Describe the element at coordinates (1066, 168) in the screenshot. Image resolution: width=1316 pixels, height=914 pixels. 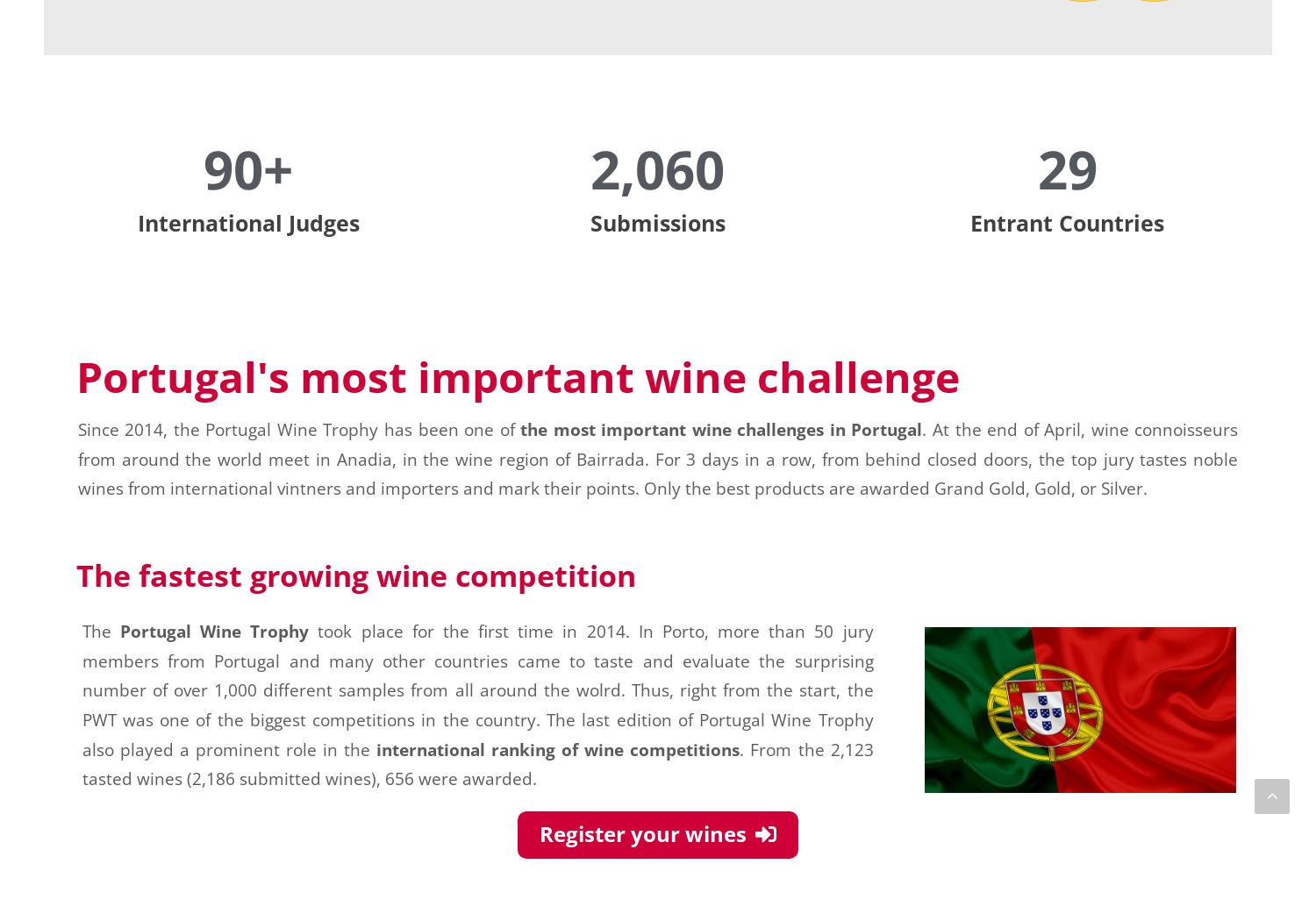
I see `'29'` at that location.